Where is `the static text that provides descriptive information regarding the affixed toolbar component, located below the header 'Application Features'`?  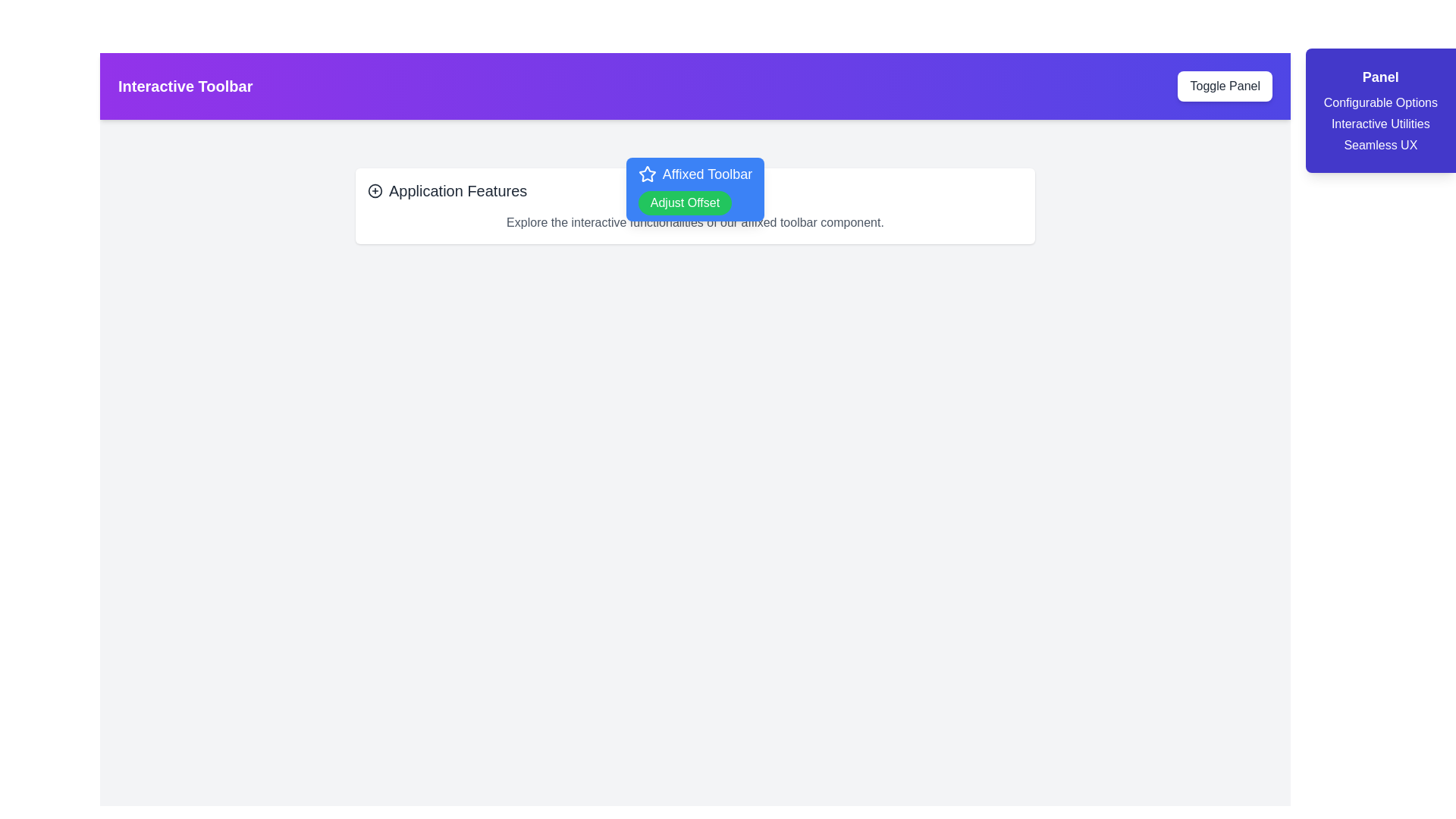
the static text that provides descriptive information regarding the affixed toolbar component, located below the header 'Application Features' is located at coordinates (694, 222).